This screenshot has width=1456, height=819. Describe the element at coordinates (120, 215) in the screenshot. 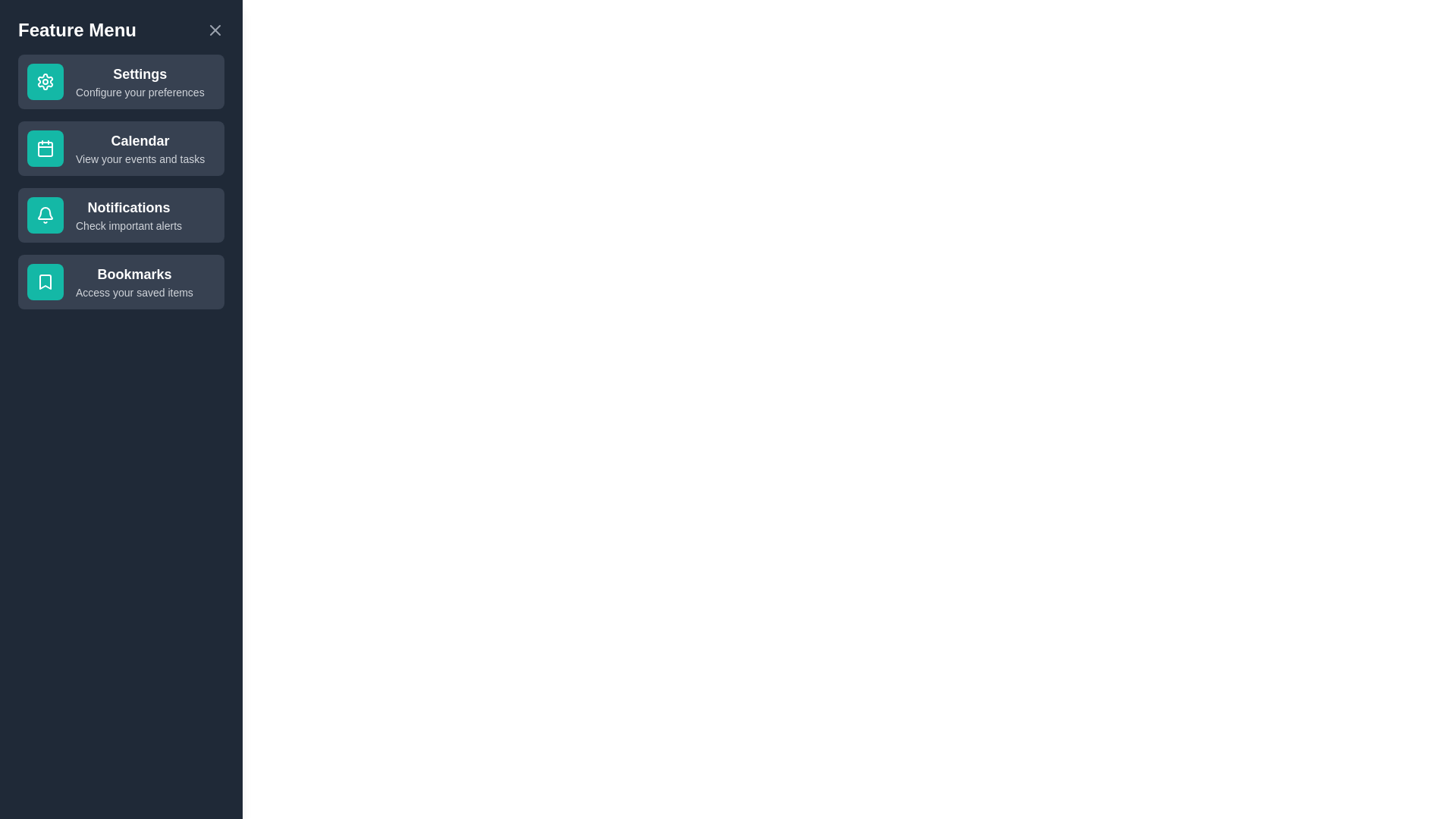

I see `the feature Notifications to view its hover effect` at that location.